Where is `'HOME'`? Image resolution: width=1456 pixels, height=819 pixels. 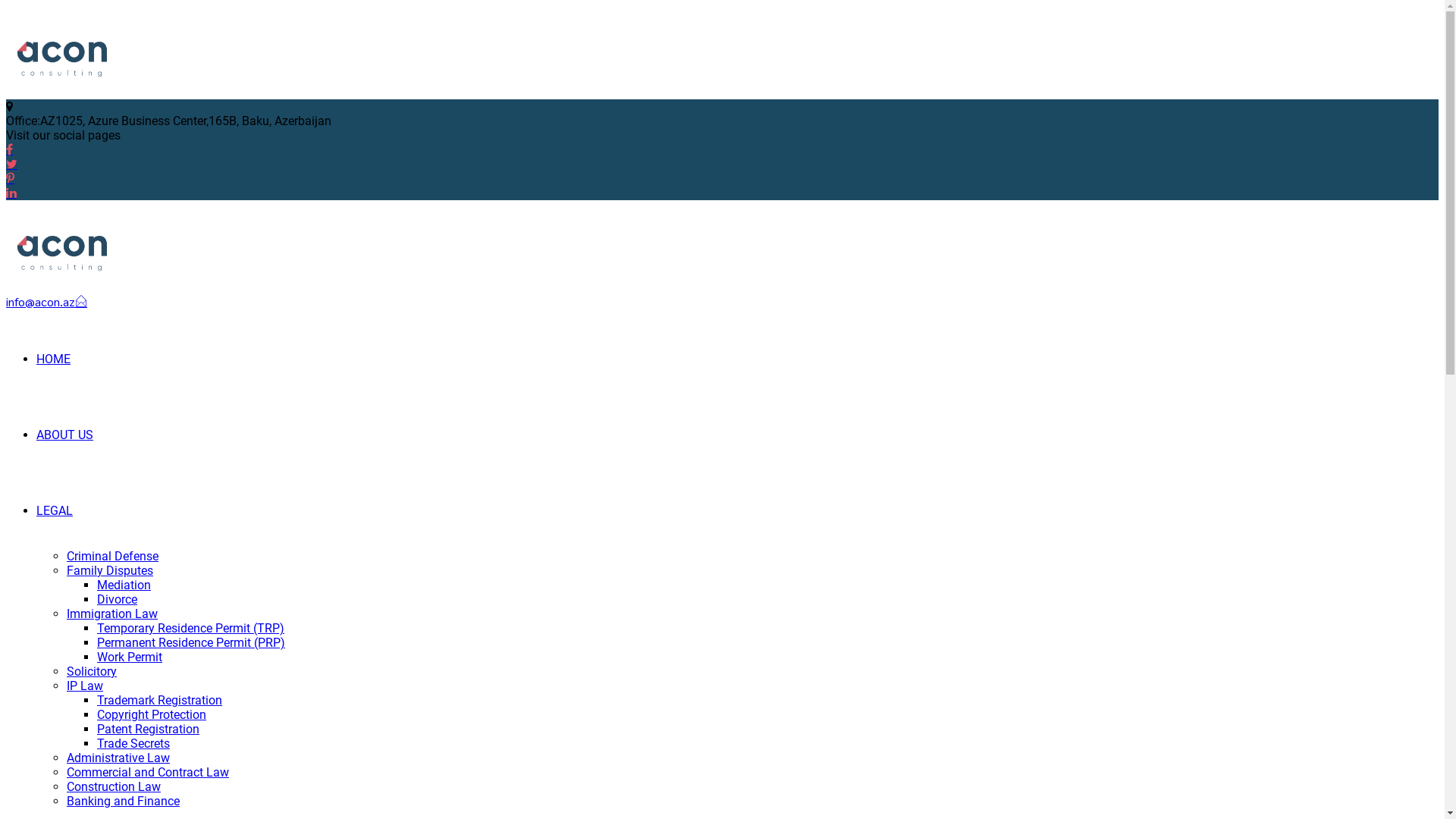
'HOME' is located at coordinates (36, 359).